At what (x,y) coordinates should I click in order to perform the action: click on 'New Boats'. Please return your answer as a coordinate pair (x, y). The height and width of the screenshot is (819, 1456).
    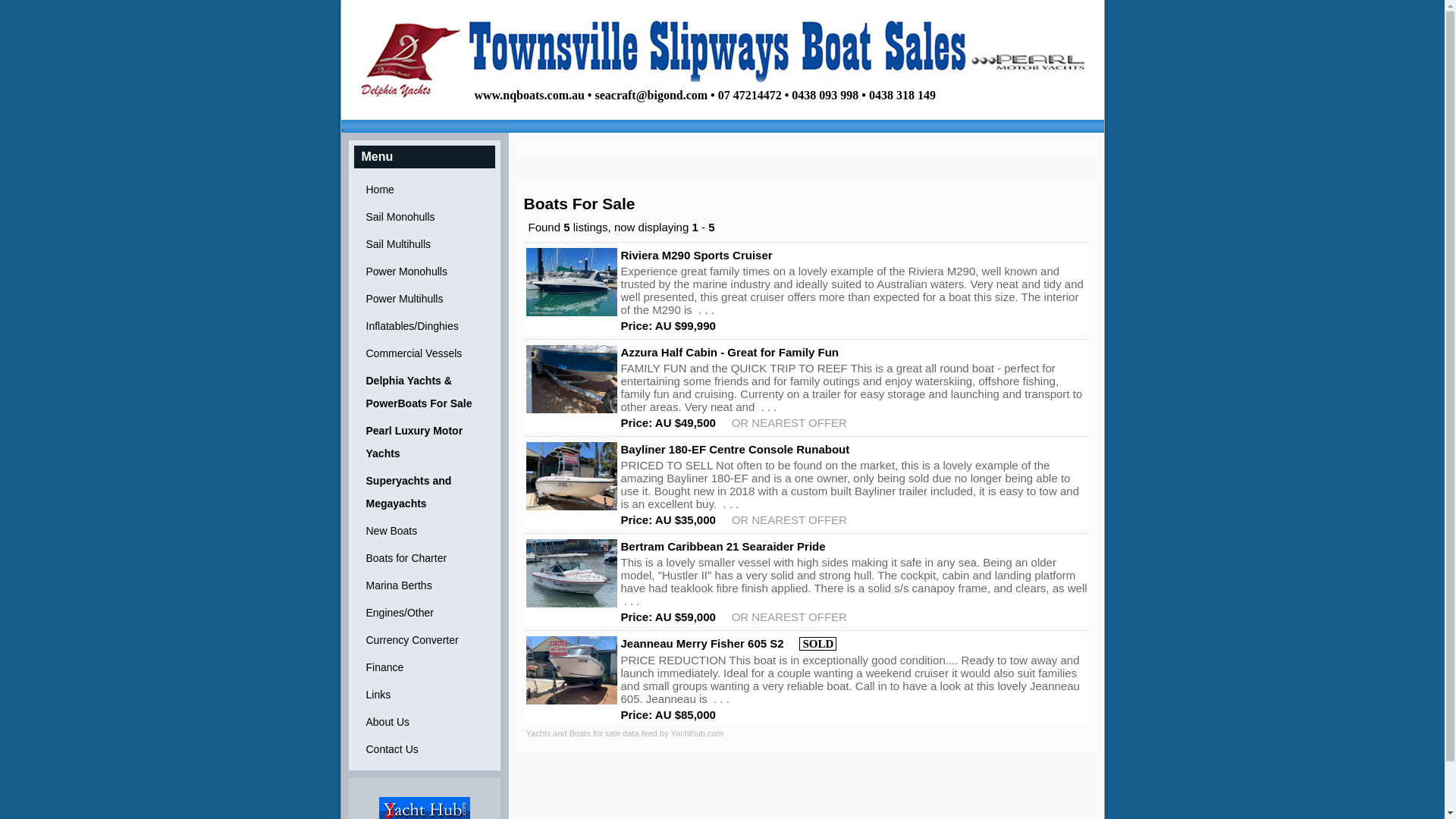
    Looking at the image, I should click on (356, 529).